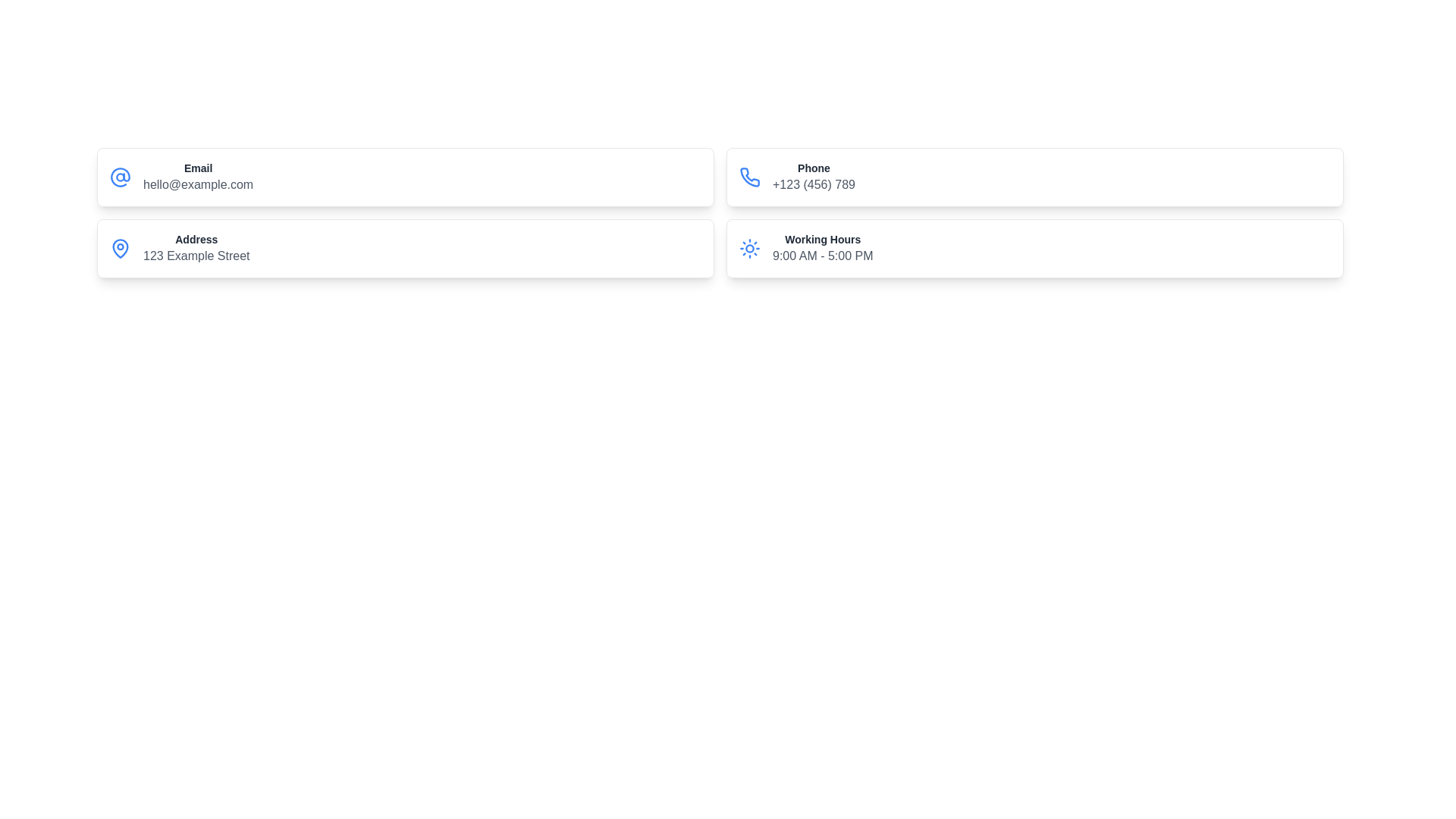  Describe the element at coordinates (822, 256) in the screenshot. I see `the Text Label displaying '9:00 AM - 5:00 PM', styled in gray color, located beneath the 'Working Hours' text` at that location.